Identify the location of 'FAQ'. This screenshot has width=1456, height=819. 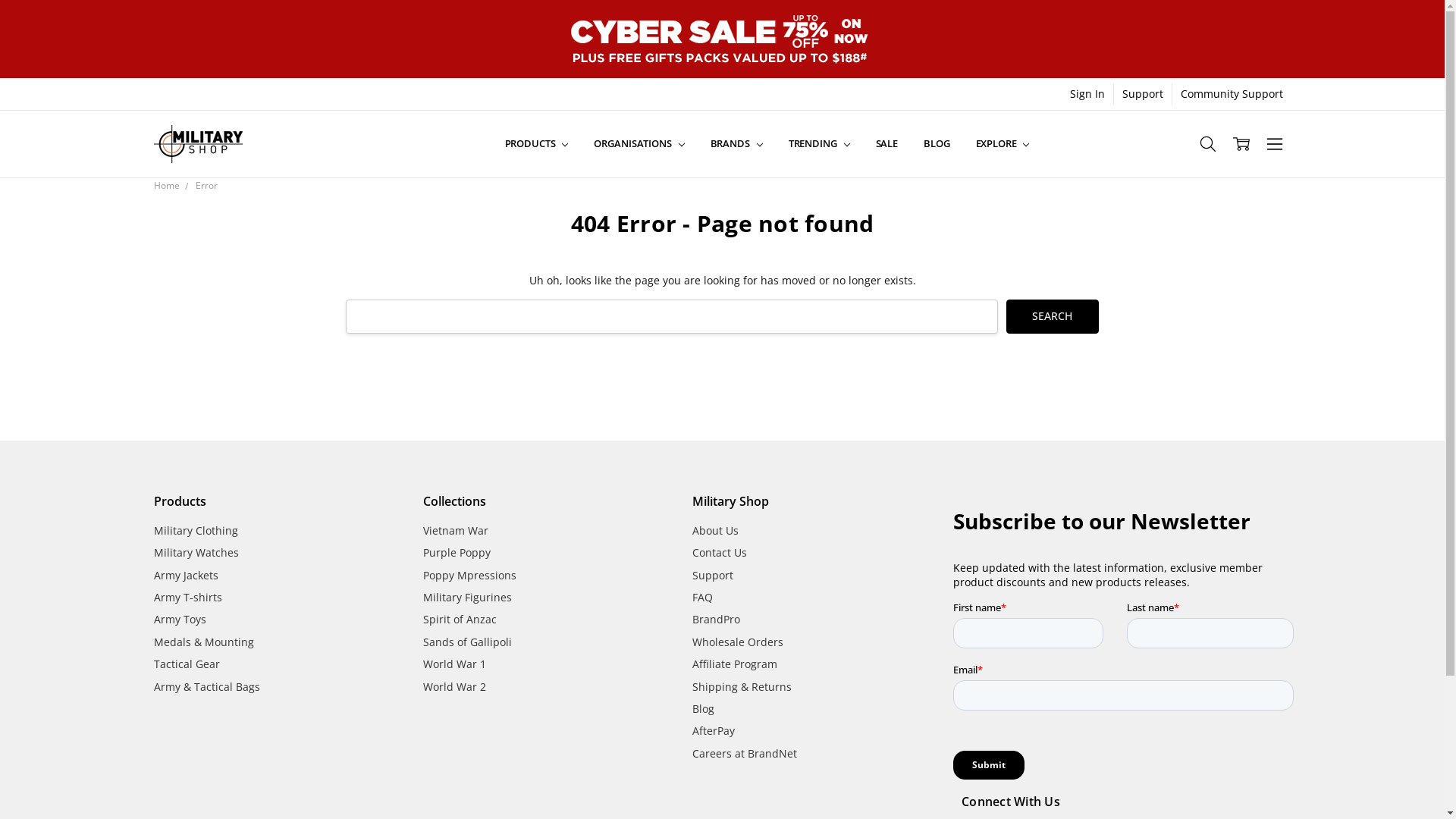
(701, 596).